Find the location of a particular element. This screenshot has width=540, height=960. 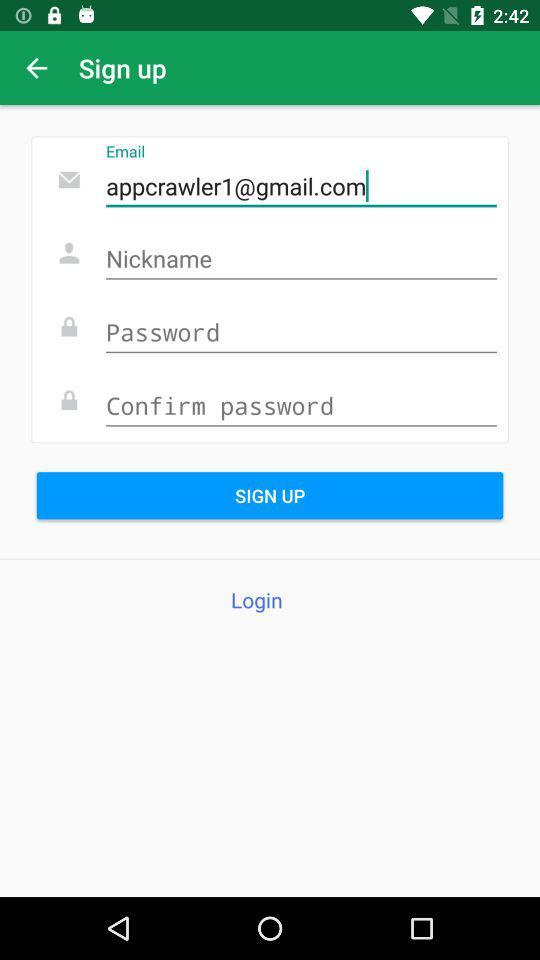

your nickname is located at coordinates (300, 259).